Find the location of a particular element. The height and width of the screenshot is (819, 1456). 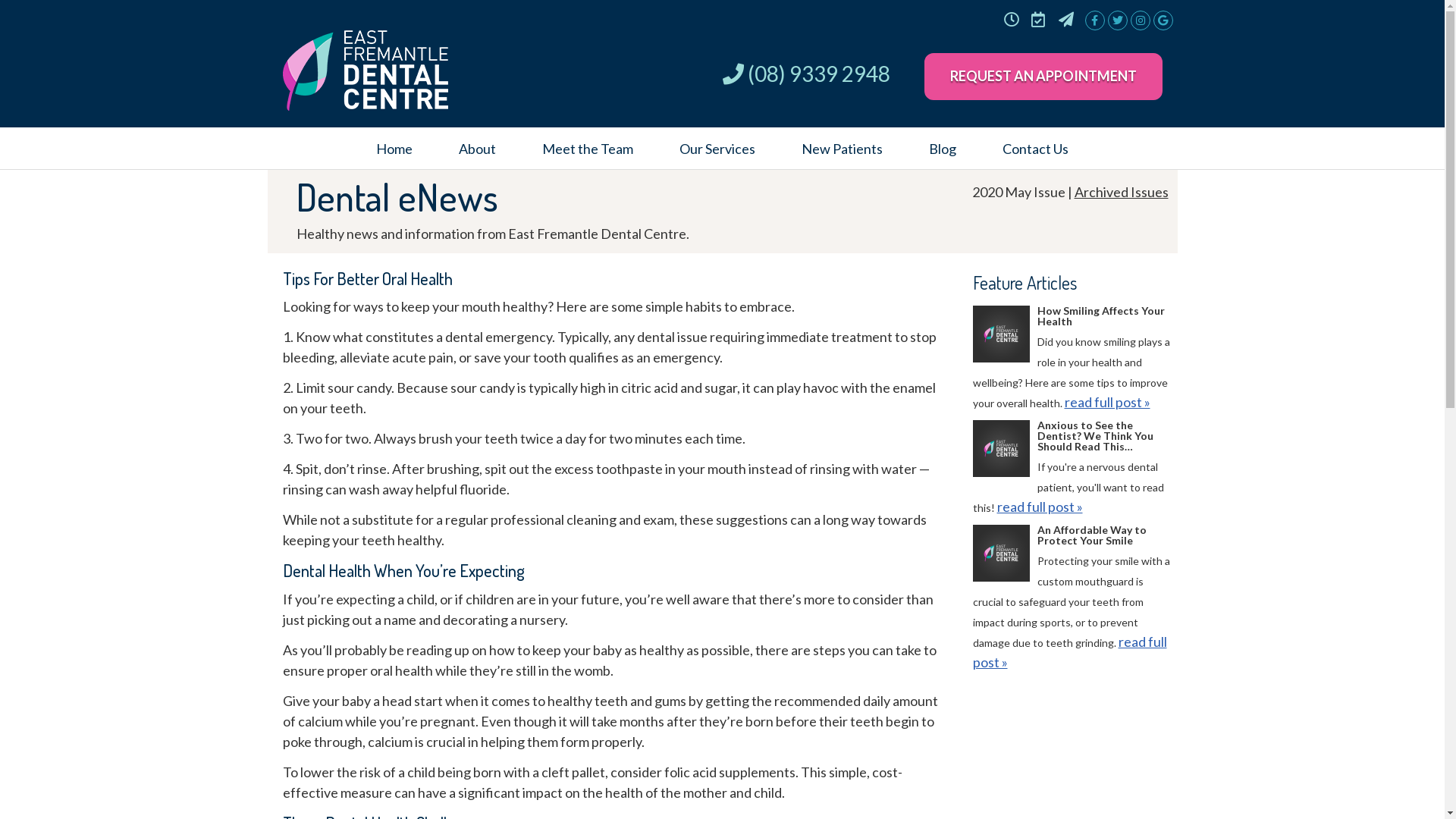

'REQUEST AN APPOINTMENT' is located at coordinates (1041, 76).